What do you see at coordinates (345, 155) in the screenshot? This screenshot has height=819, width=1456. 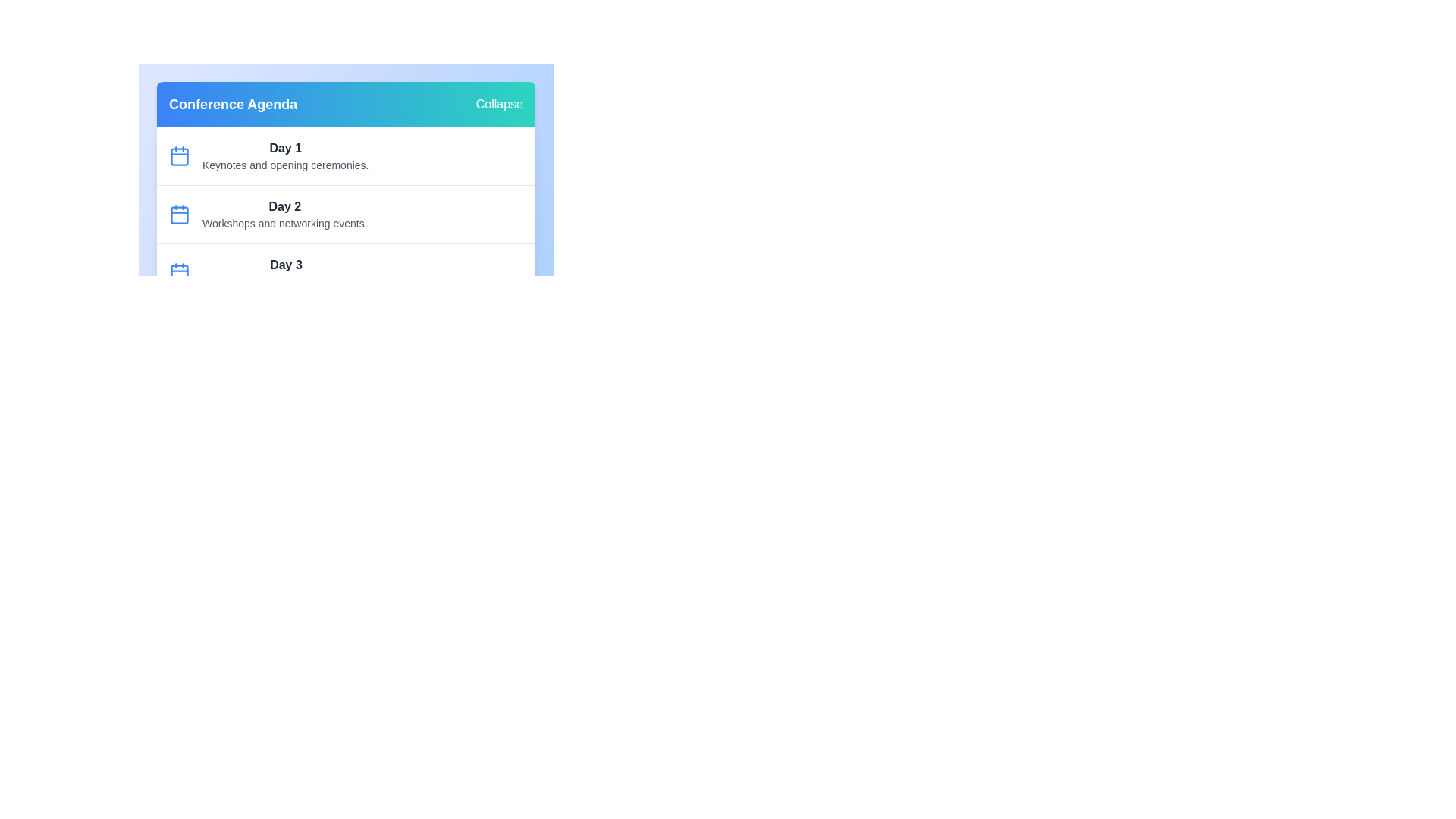 I see `the agenda item for Day 1` at bounding box center [345, 155].